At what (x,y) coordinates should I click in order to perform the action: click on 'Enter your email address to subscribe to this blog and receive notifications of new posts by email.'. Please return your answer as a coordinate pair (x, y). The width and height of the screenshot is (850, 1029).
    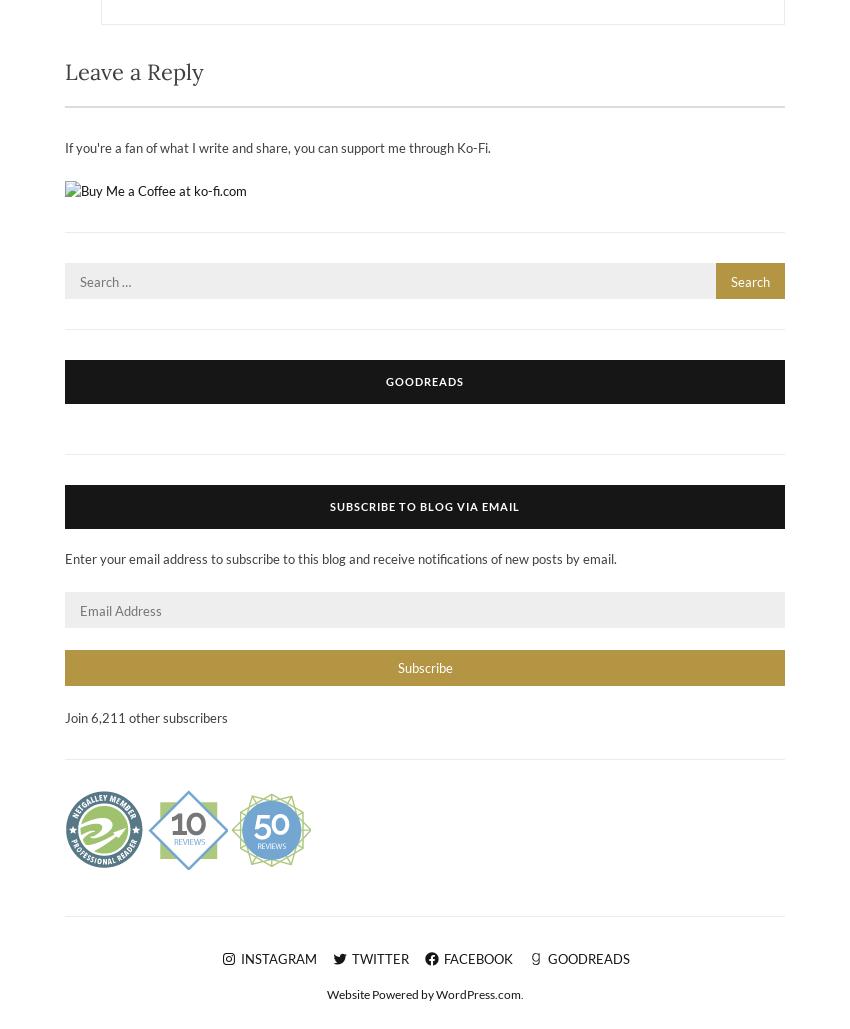
    Looking at the image, I should click on (340, 557).